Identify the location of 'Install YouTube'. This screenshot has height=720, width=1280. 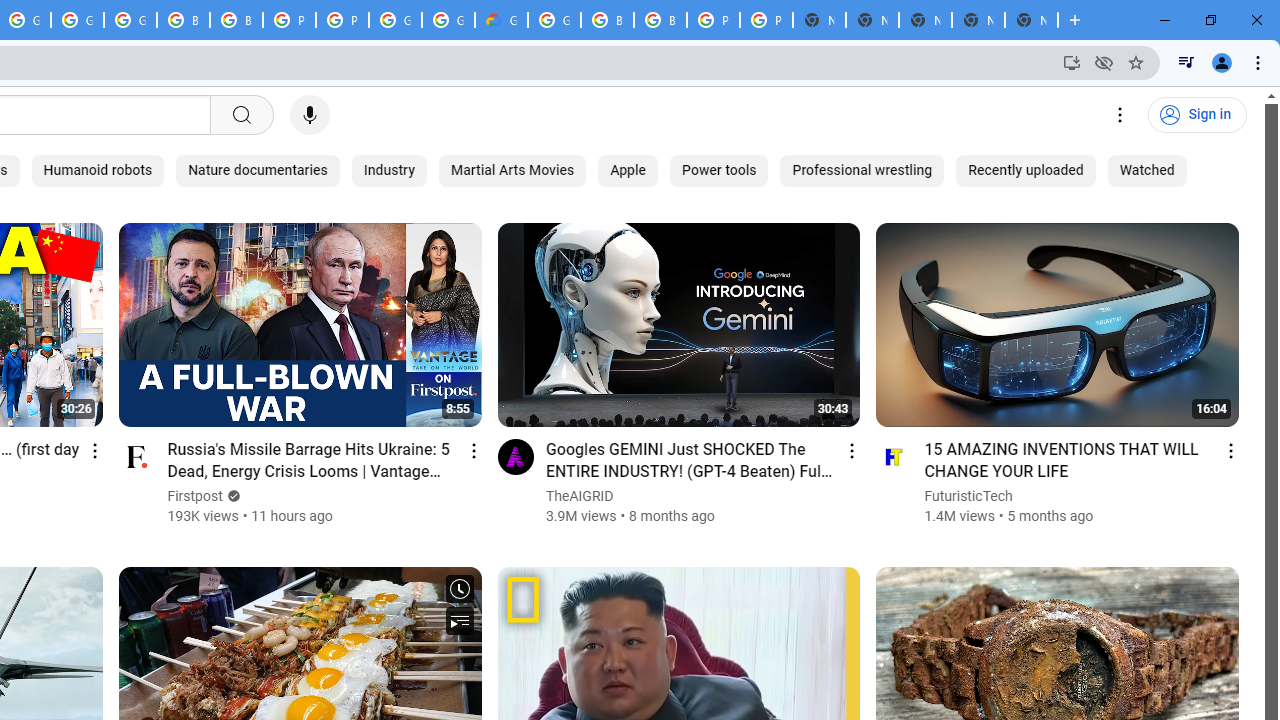
(1071, 61).